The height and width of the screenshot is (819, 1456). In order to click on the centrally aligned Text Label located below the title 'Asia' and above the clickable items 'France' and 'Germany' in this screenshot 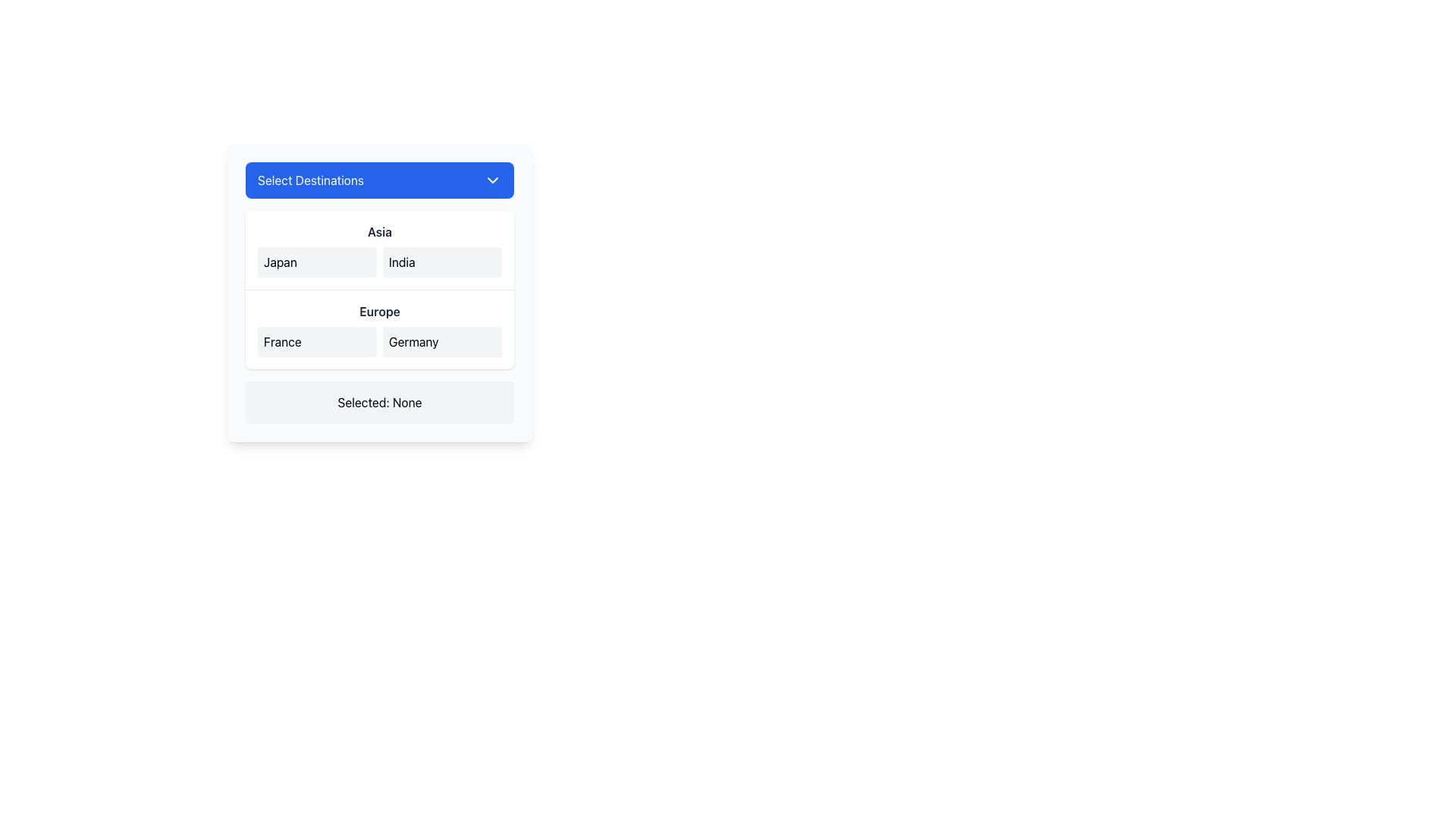, I will do `click(379, 311)`.